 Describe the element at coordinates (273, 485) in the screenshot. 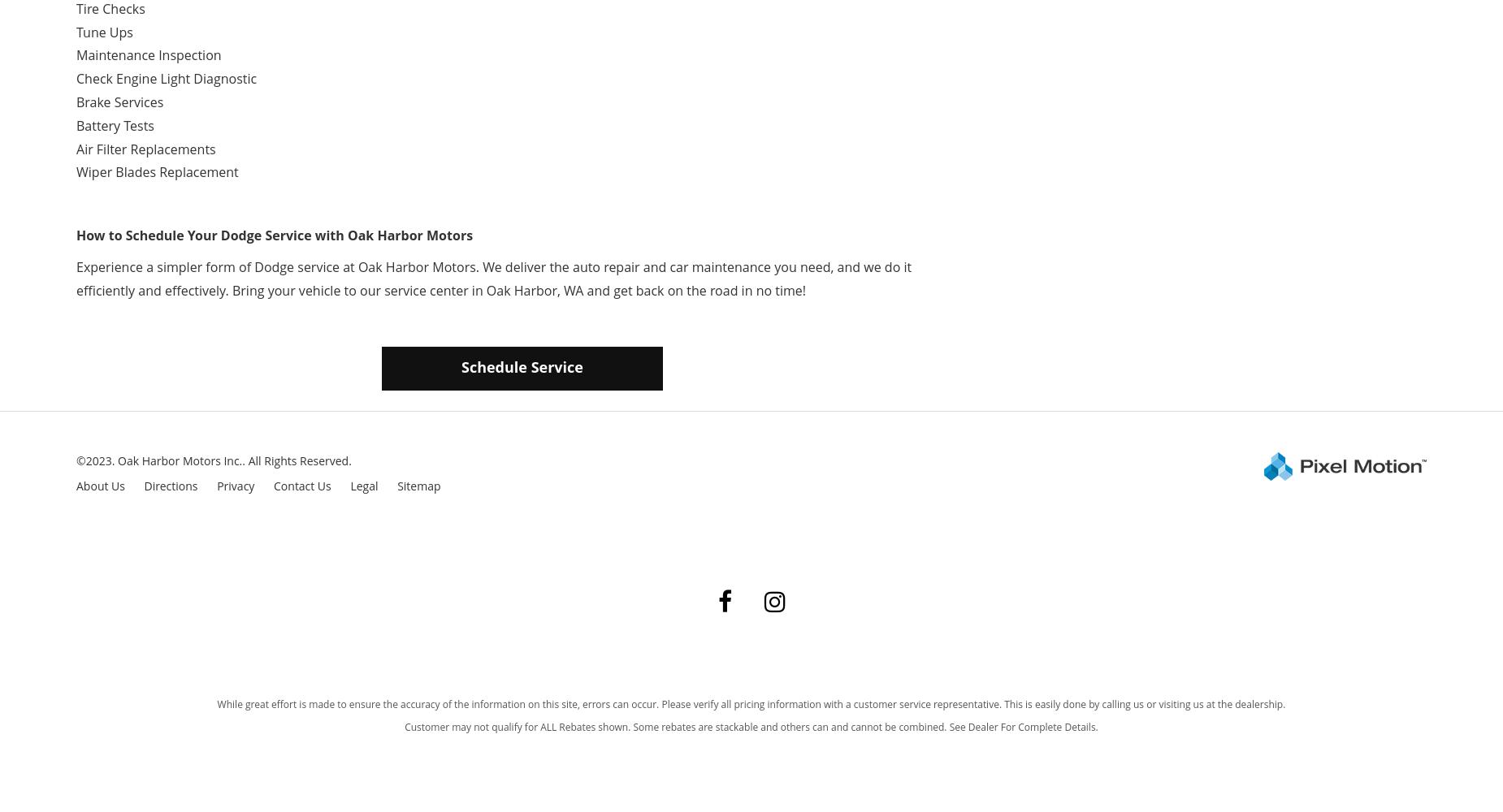

I see `'Contact Us'` at that location.